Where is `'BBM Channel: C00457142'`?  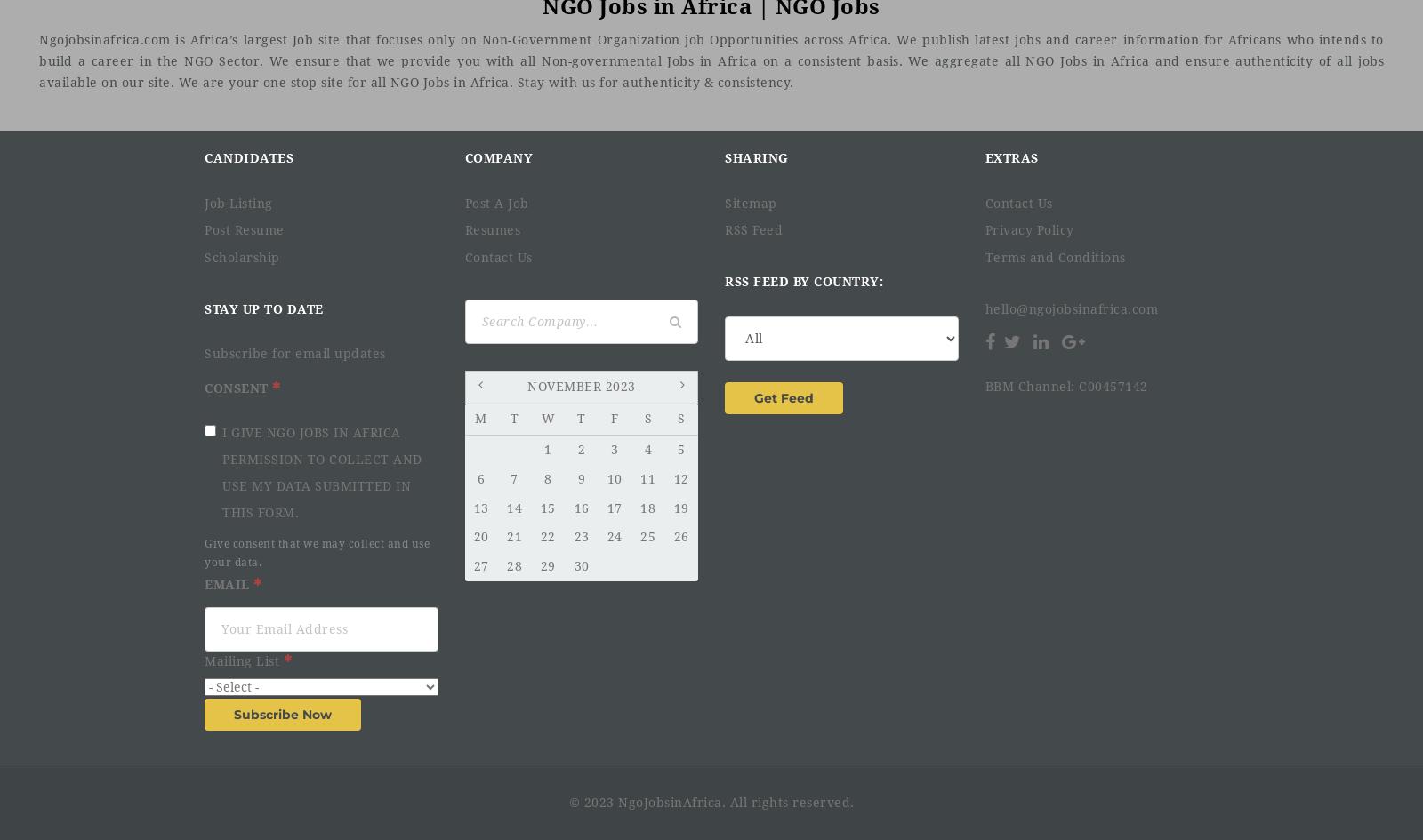
'BBM Channel: C00457142' is located at coordinates (1065, 386).